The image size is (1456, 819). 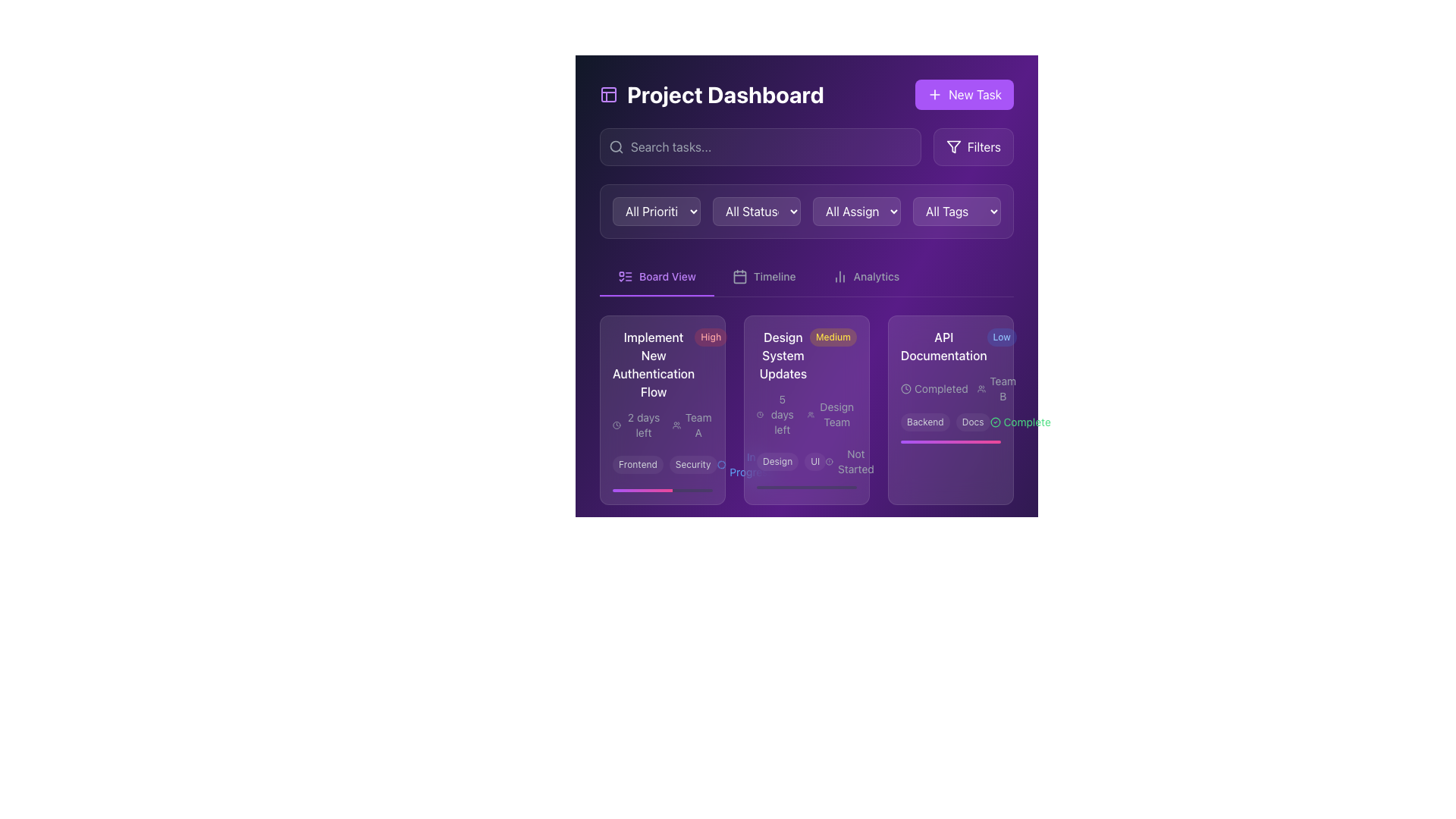 I want to click on the SVG Circle (Loading Indicator) within the 'Implement New Authentication Flow' task card, located near the bottom left corner adjacent to the 'Security' tag label, so click(x=720, y=464).